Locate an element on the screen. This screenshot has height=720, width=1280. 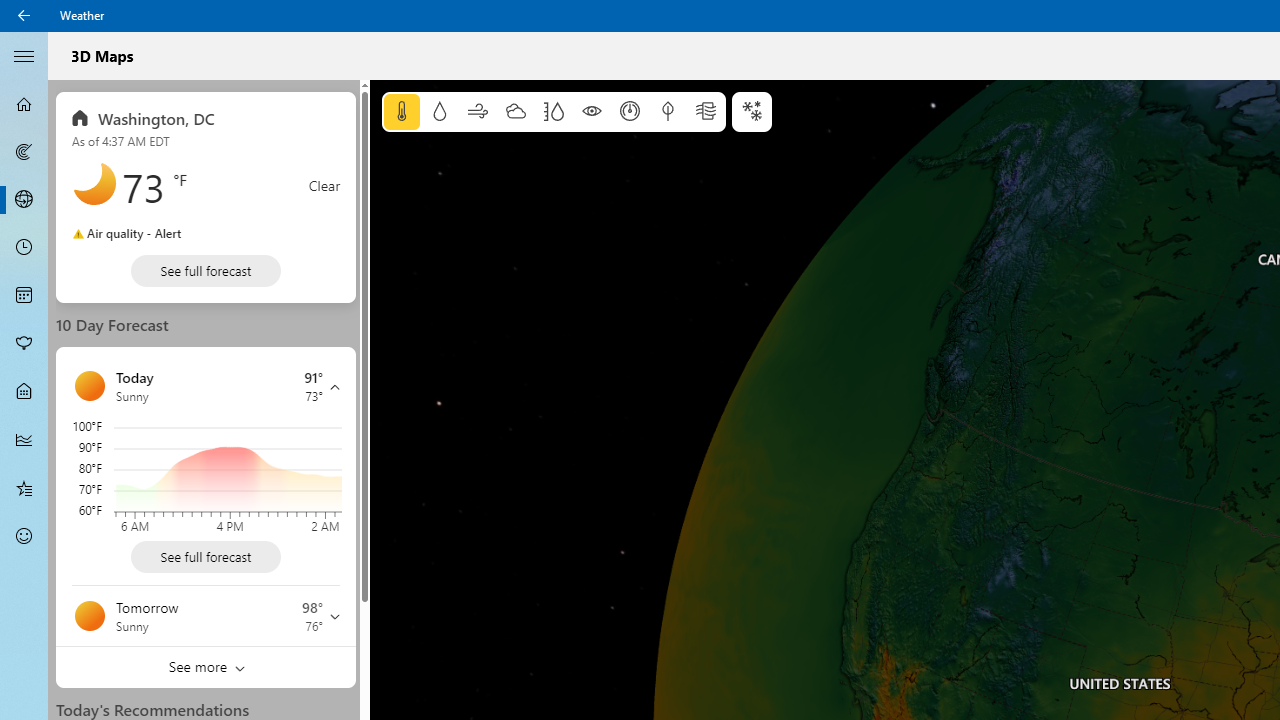
'Send Feedback - Not Selected' is located at coordinates (24, 535).